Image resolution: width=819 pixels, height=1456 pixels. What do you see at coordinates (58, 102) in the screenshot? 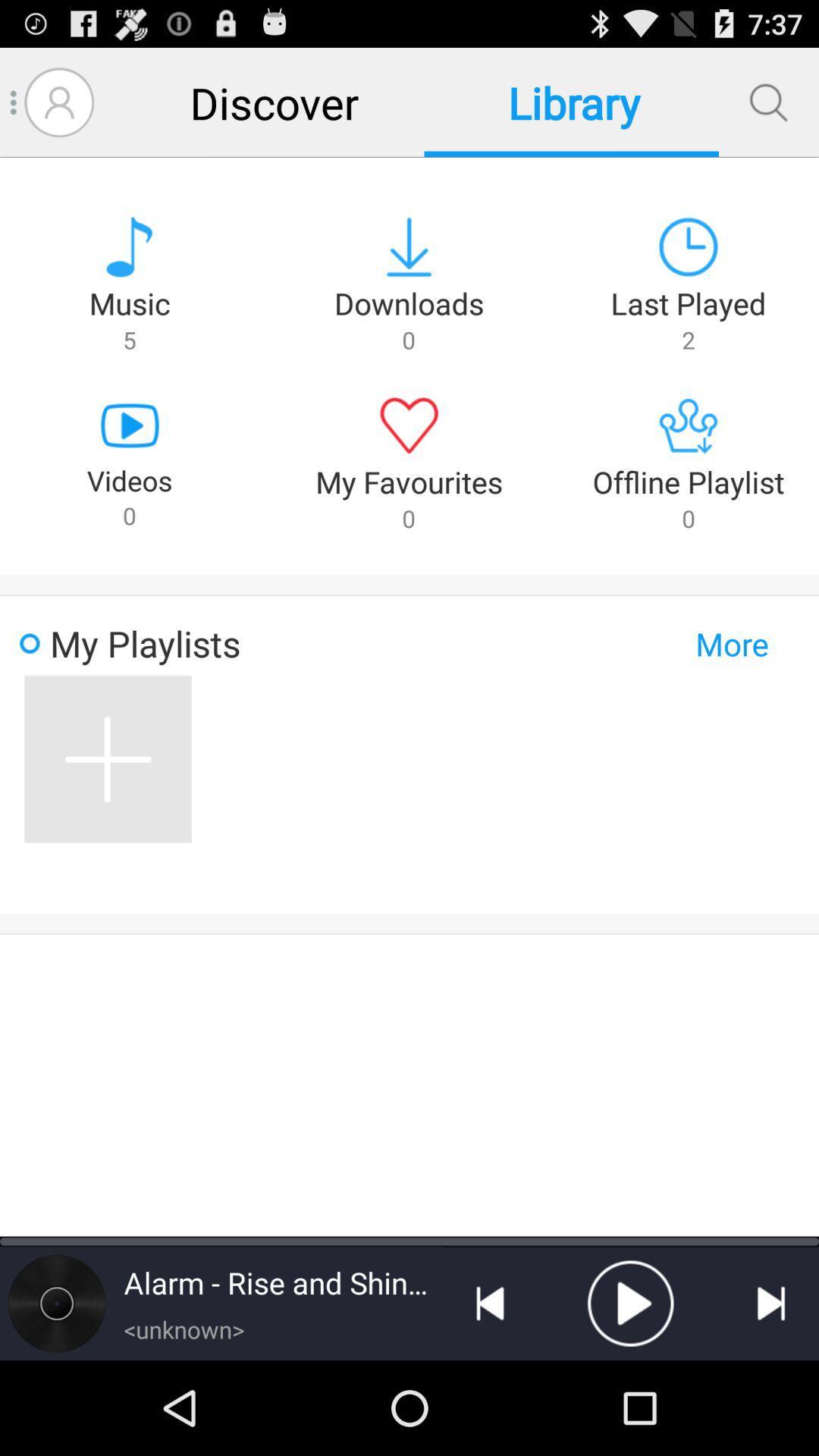
I see `profile option` at bounding box center [58, 102].